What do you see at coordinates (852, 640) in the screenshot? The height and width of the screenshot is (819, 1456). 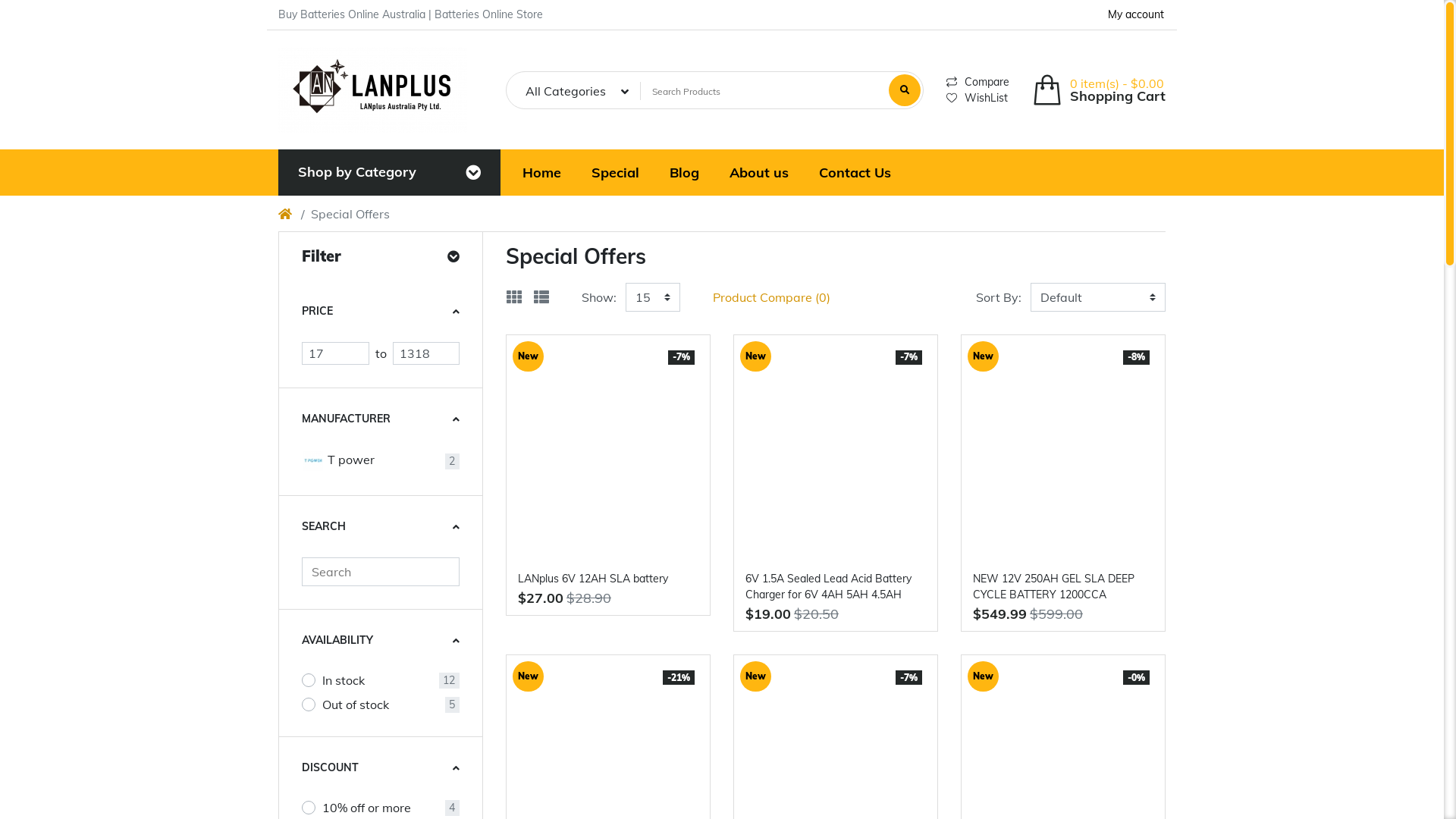 I see `'Quick view'` at bounding box center [852, 640].